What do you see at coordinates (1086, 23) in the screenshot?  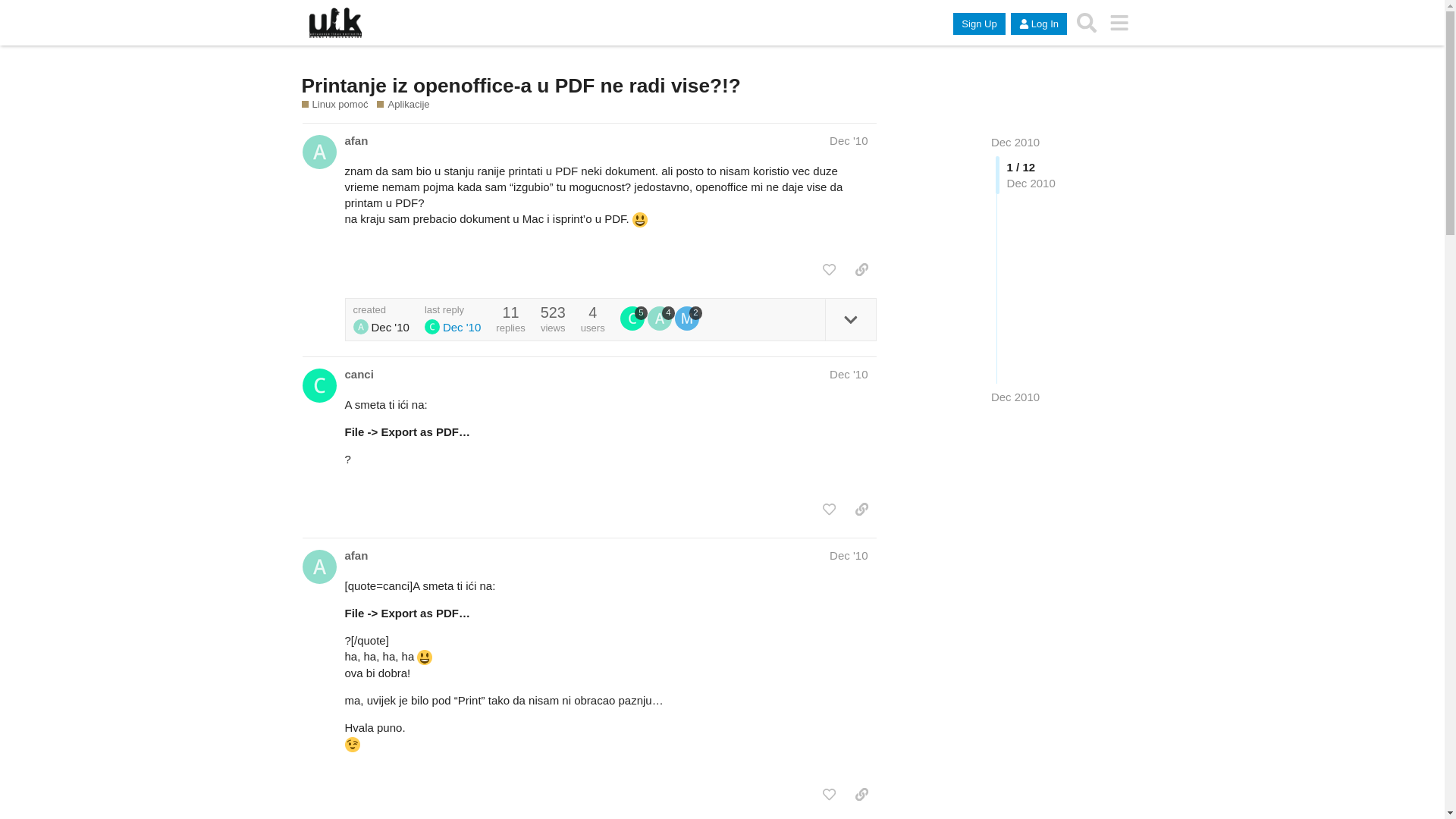 I see `'Search'` at bounding box center [1086, 23].